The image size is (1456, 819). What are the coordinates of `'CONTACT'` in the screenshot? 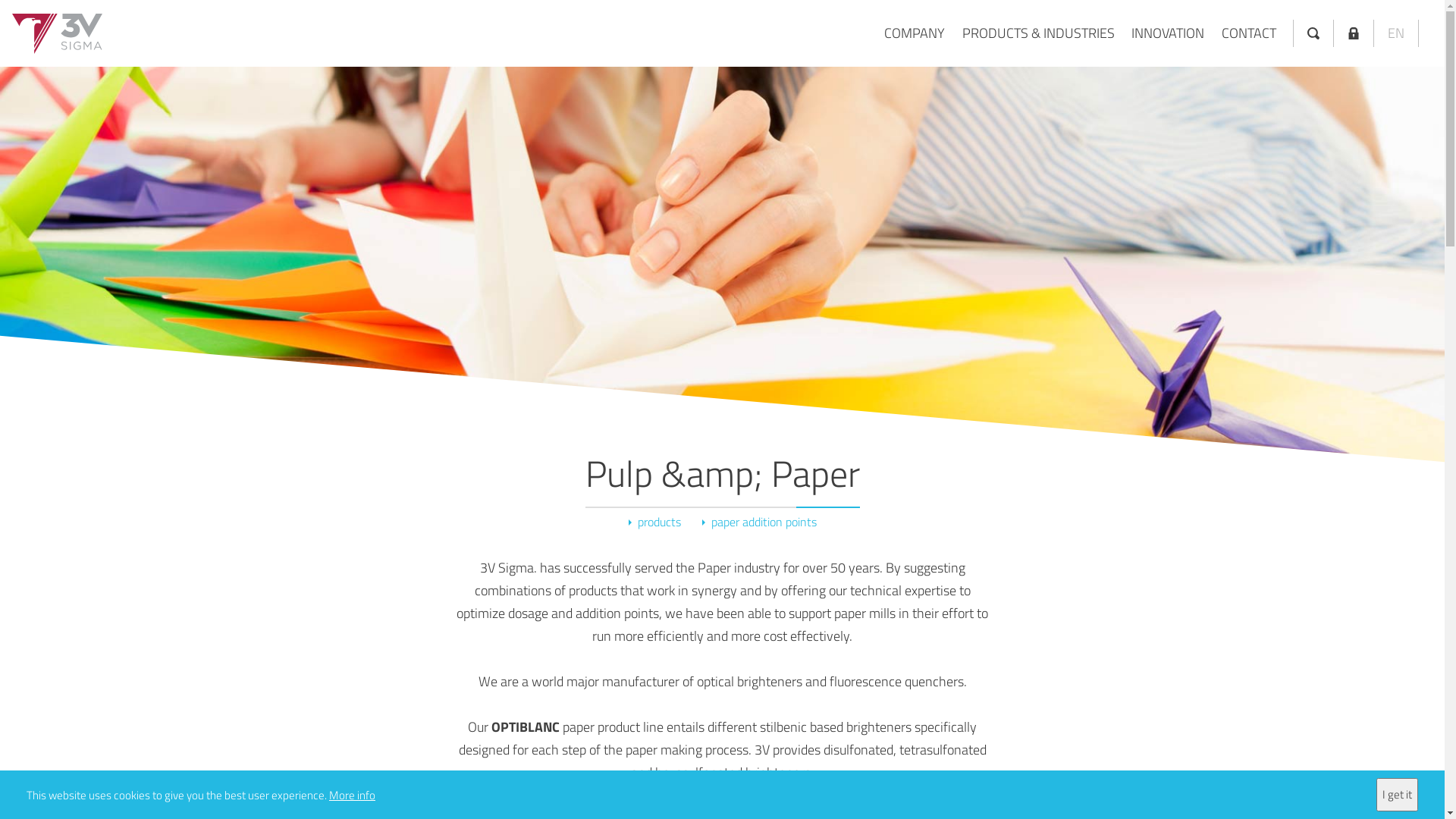 It's located at (1248, 33).